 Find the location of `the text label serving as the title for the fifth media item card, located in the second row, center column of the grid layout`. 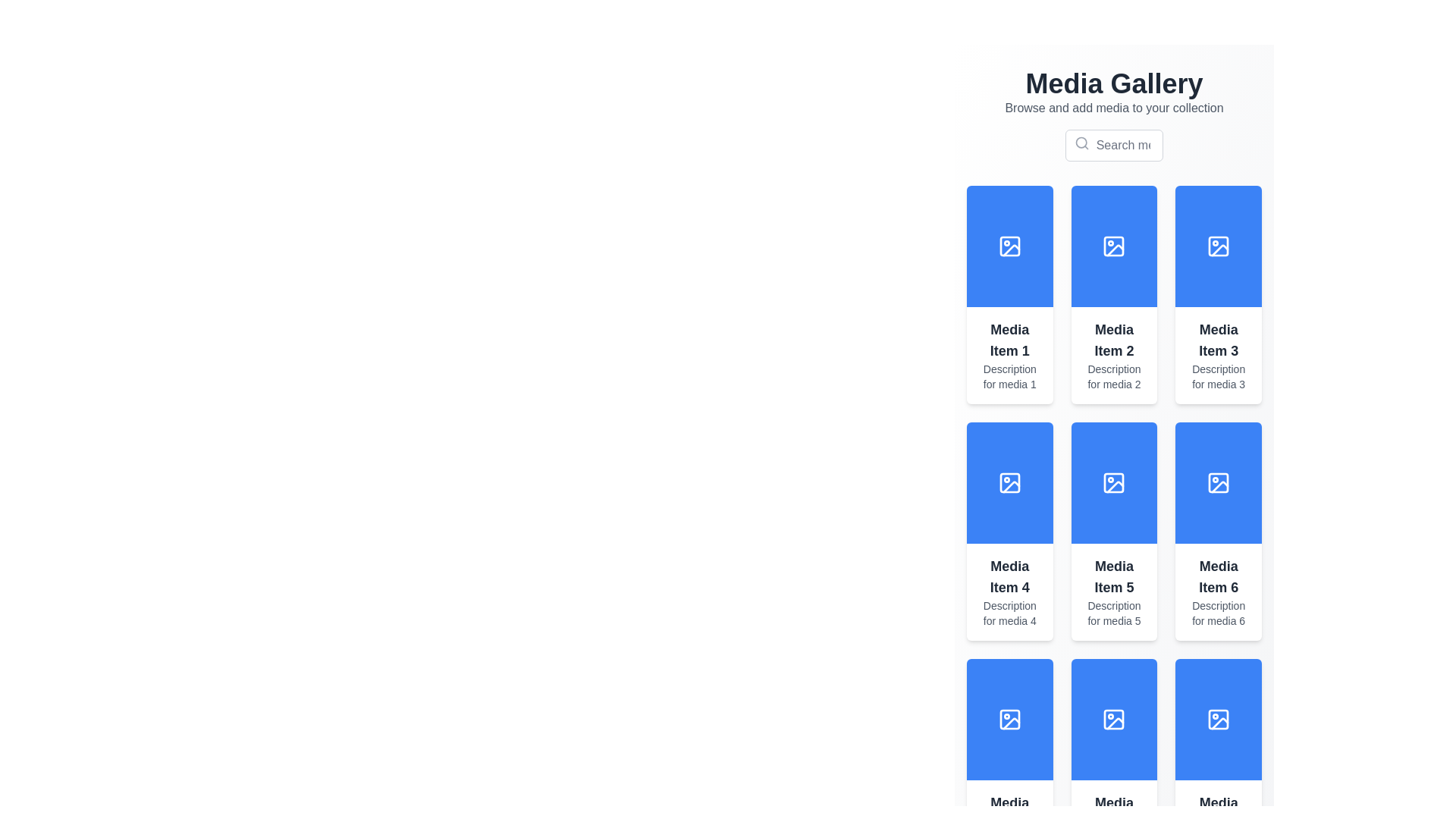

the text label serving as the title for the fifth media item card, located in the second row, center column of the grid layout is located at coordinates (1114, 576).